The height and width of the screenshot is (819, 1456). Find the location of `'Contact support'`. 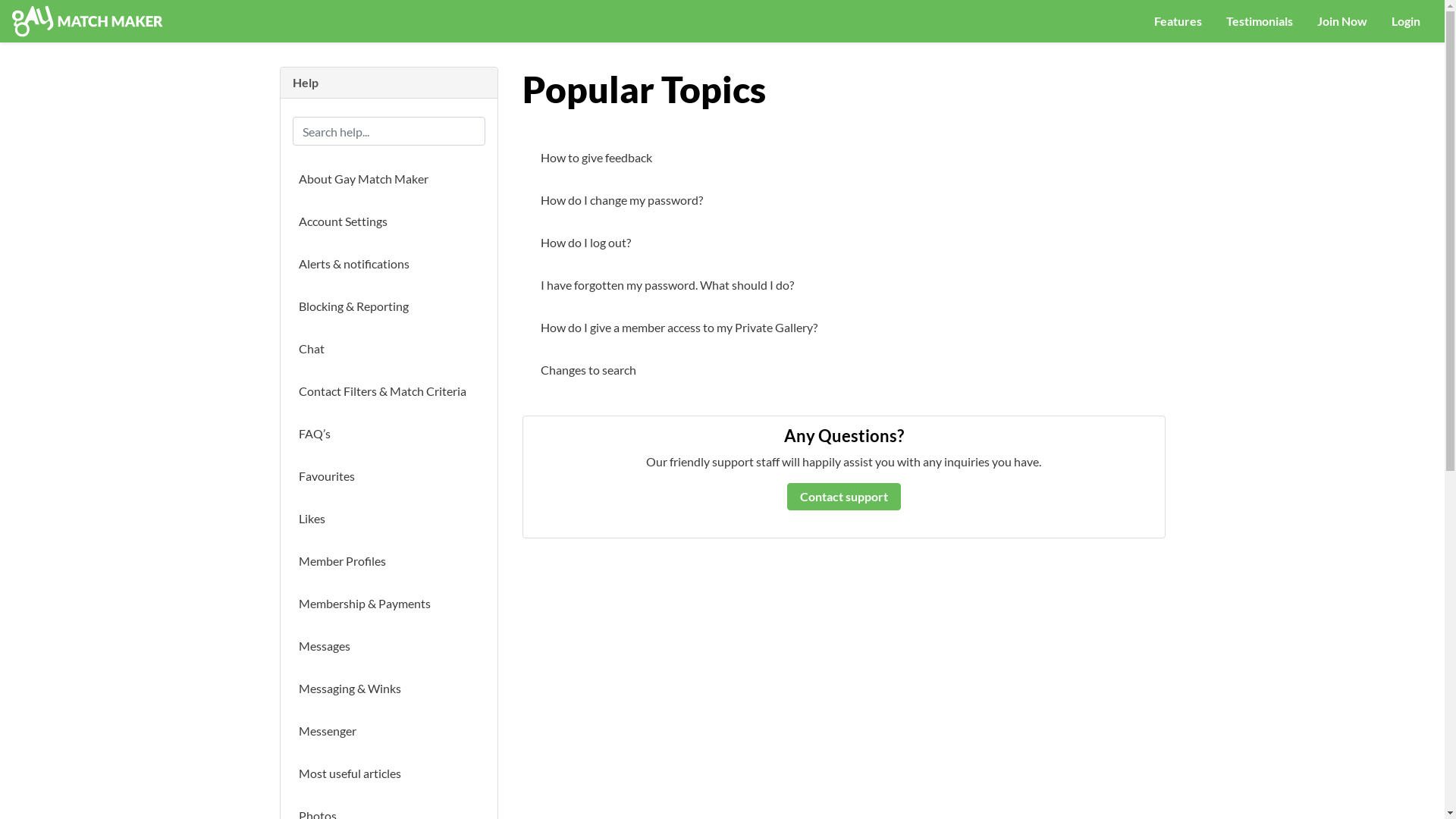

'Contact support' is located at coordinates (843, 496).